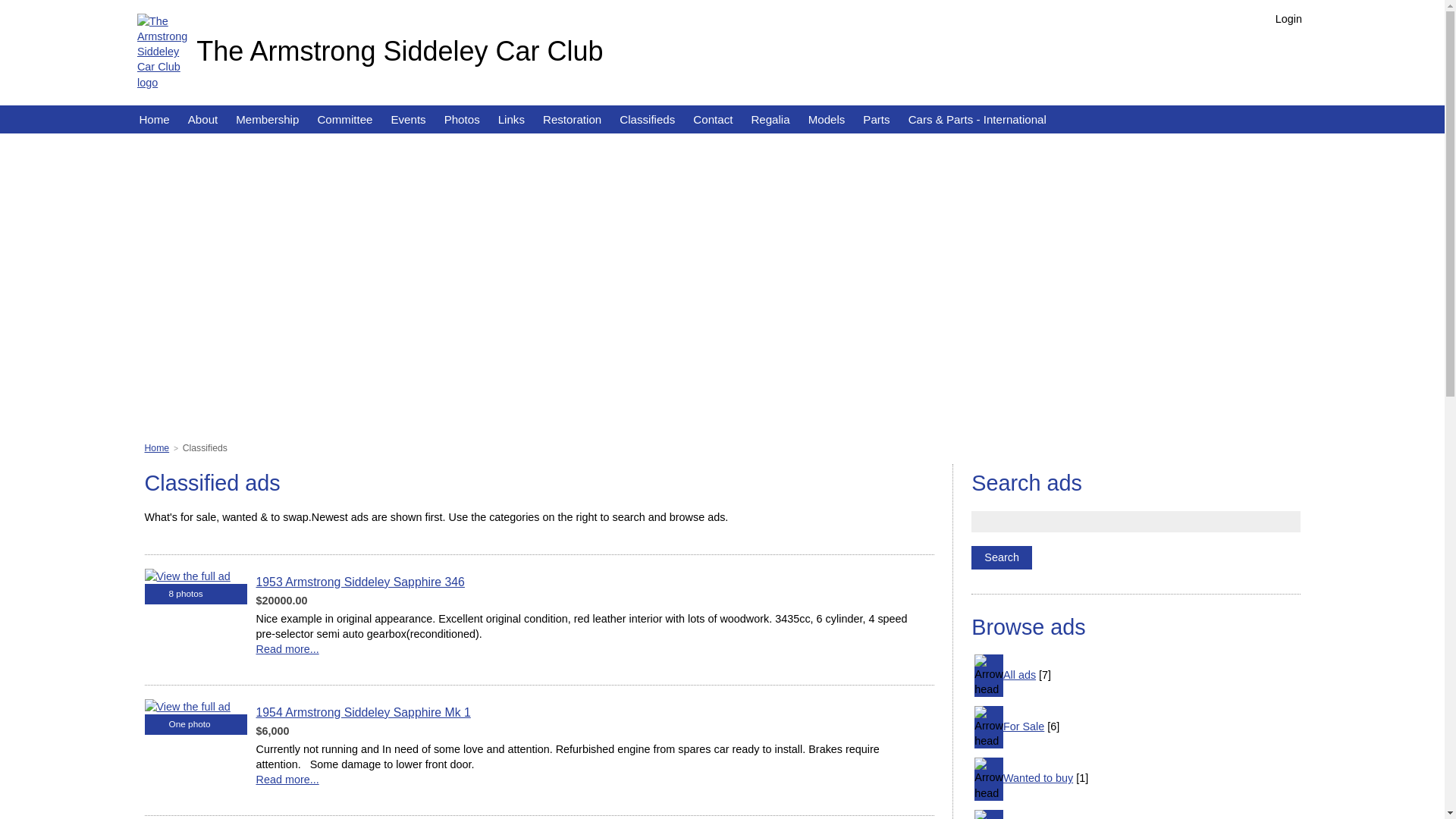 Image resolution: width=1456 pixels, height=819 pixels. Describe the element at coordinates (534, 119) in the screenshot. I see `'Restoration'` at that location.